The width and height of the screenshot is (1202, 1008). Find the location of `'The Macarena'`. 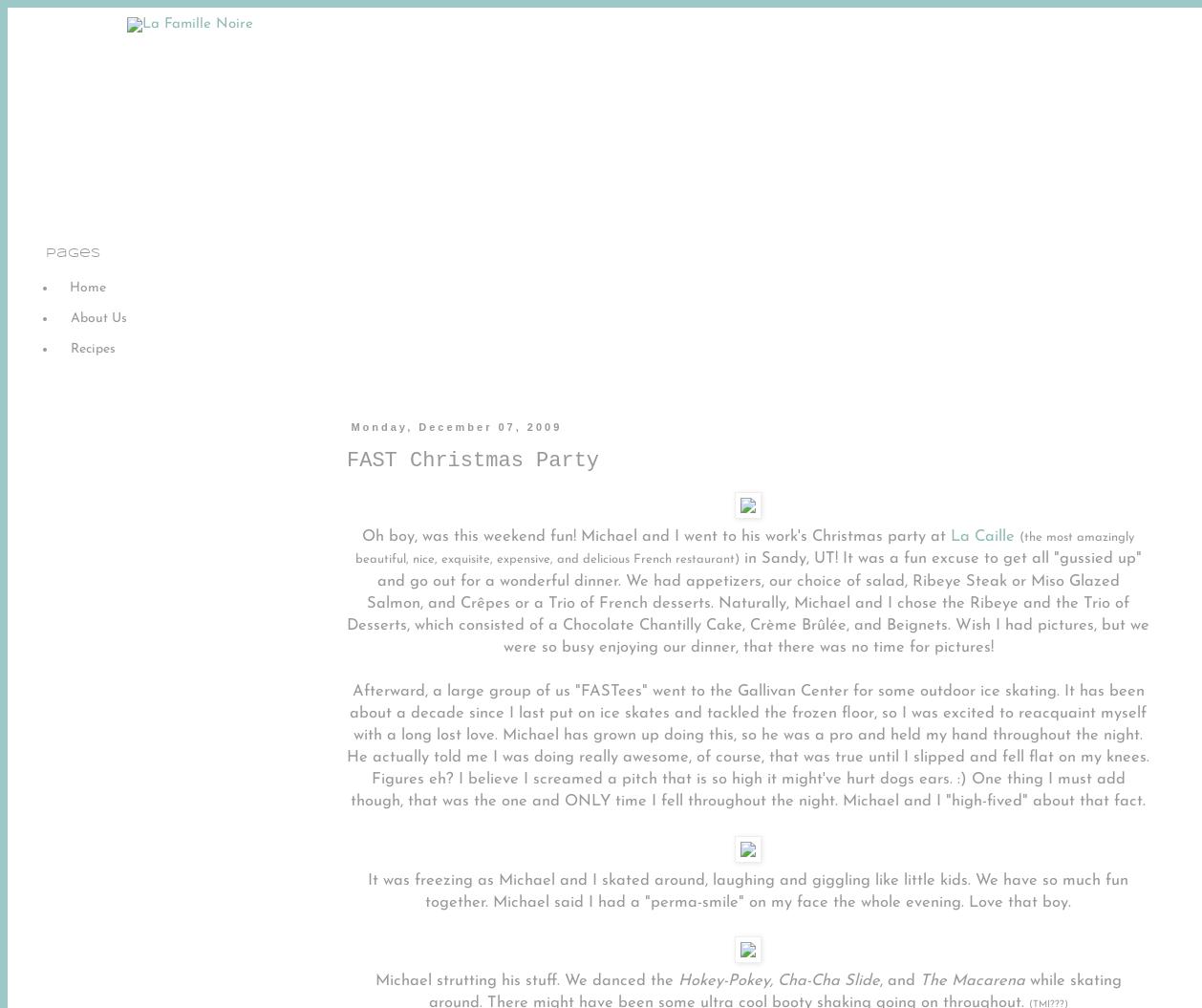

'The Macarena' is located at coordinates (970, 980).